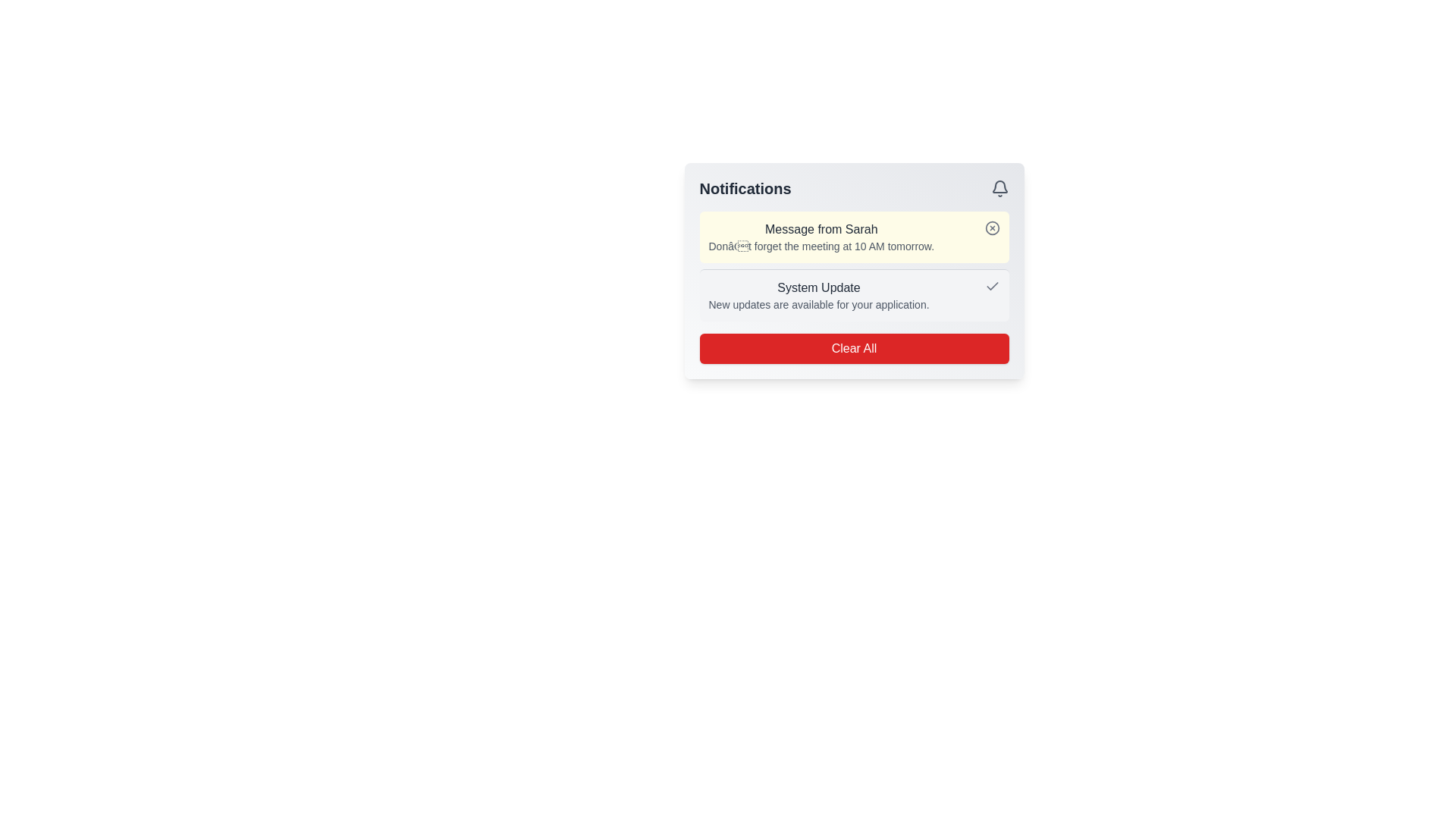 This screenshot has height=819, width=1456. What do you see at coordinates (854, 237) in the screenshot?
I see `message content from the notification item from Sarah about an upcoming meeting, which is the first notification in the notification panel` at bounding box center [854, 237].